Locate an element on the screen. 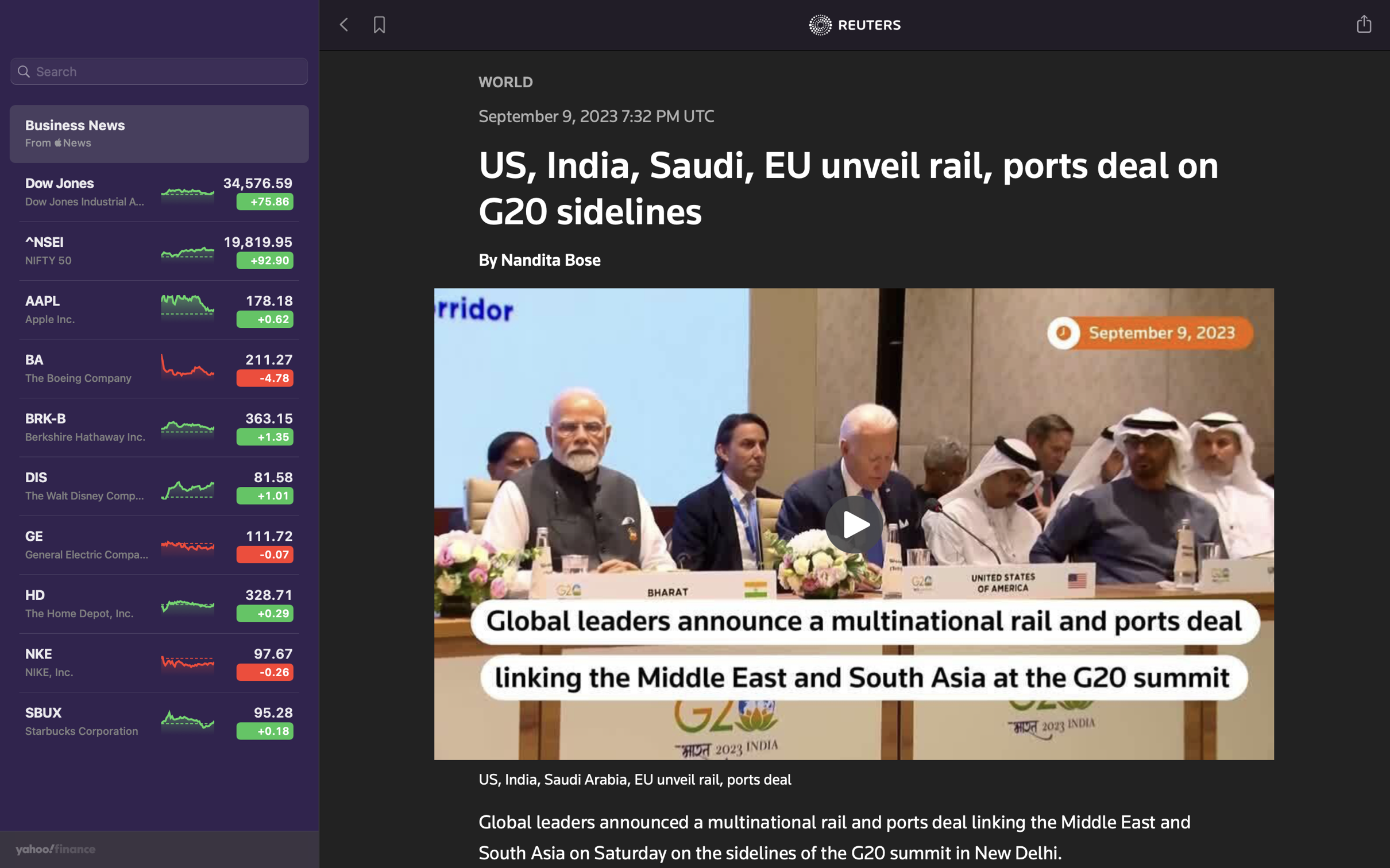 The image size is (1390, 868). Post the current news on your Twitter account is located at coordinates (1365, 22).